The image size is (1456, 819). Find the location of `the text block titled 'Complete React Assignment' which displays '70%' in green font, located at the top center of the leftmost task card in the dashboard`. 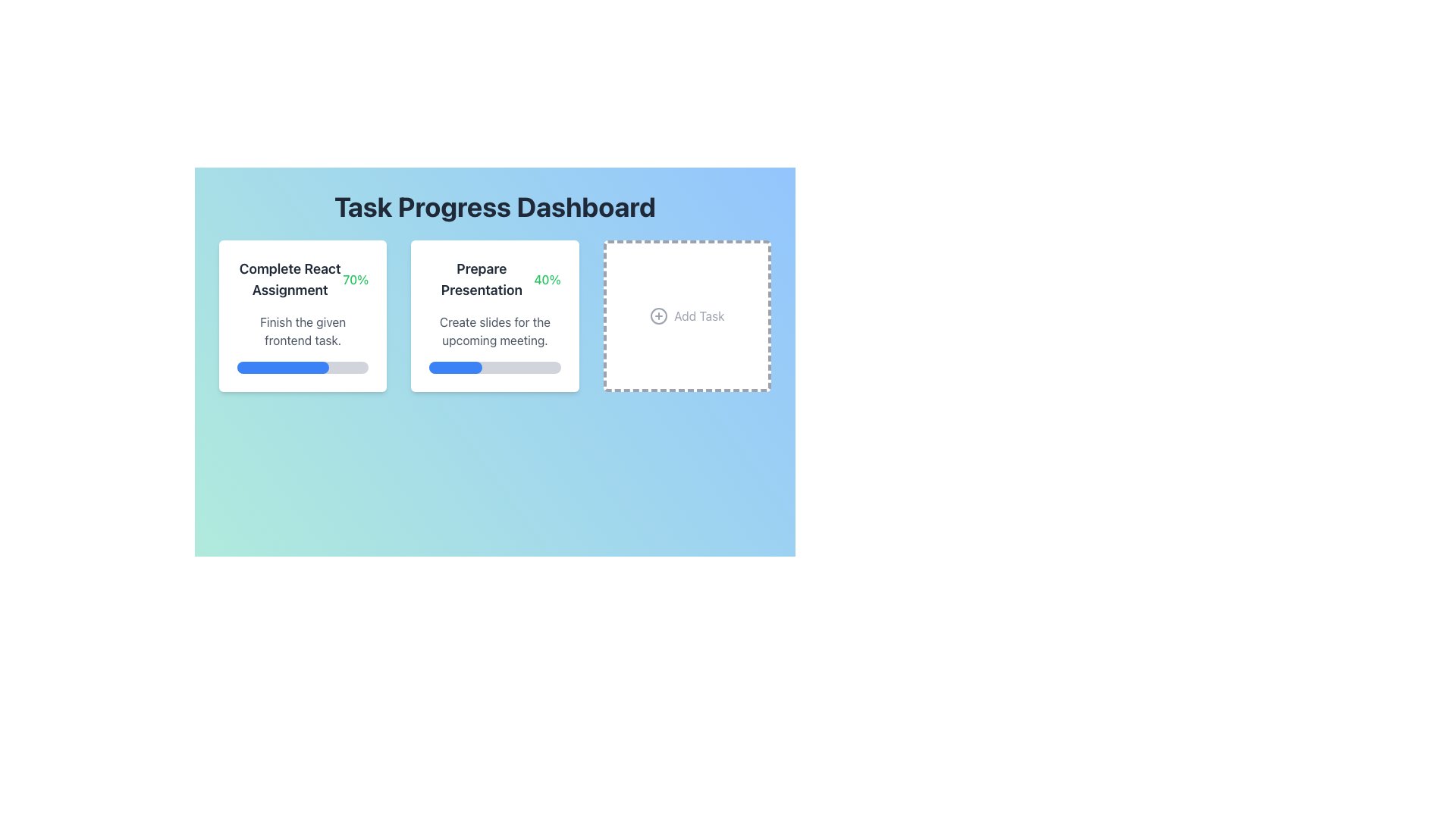

the text block titled 'Complete React Assignment' which displays '70%' in green font, located at the top center of the leftmost task card in the dashboard is located at coordinates (303, 280).